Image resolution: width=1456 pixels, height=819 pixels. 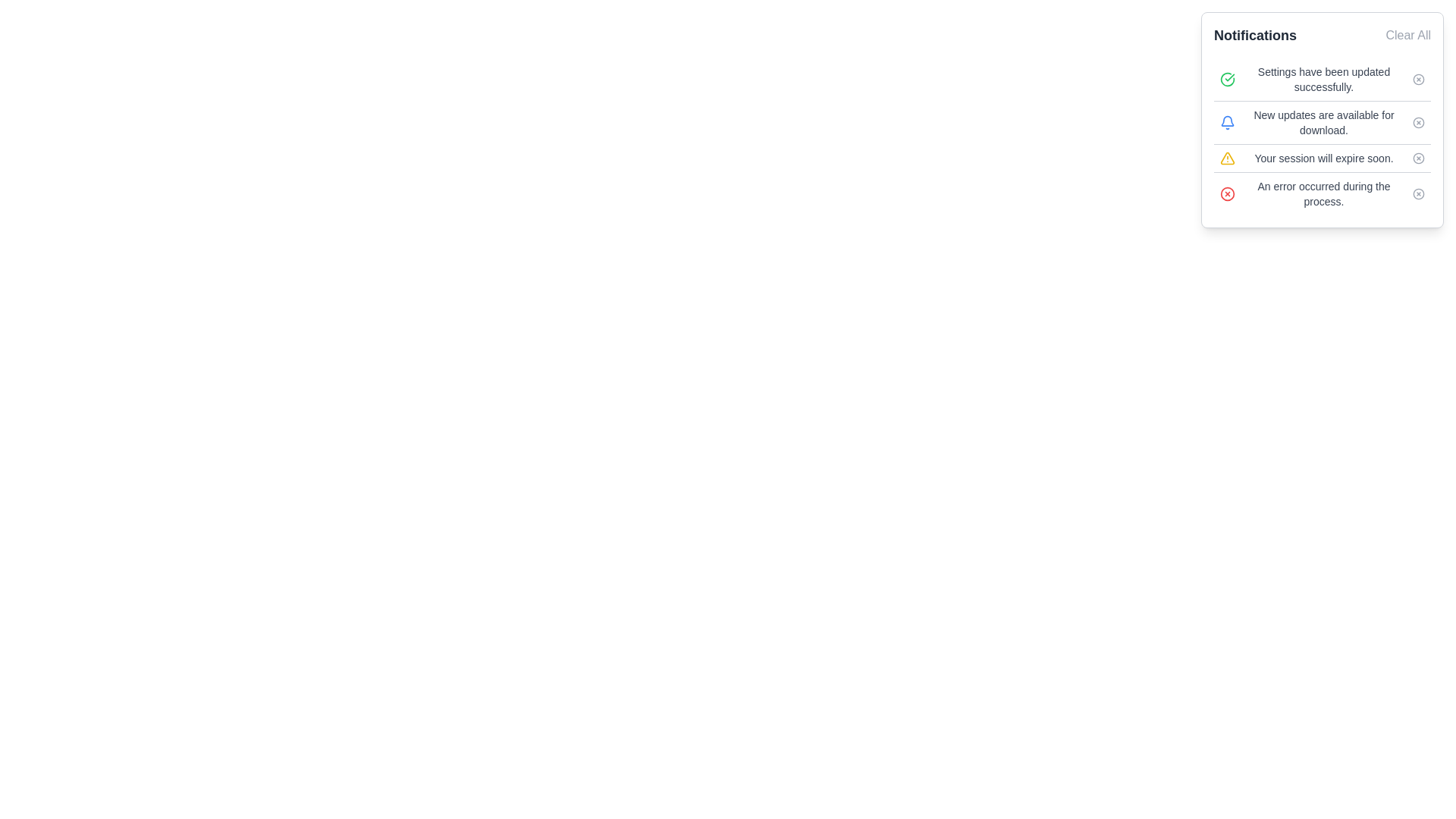 I want to click on the triangular yellow warning icon located next to the text 'Your session will expire soon' in the third notification of the notification list, so click(x=1227, y=158).